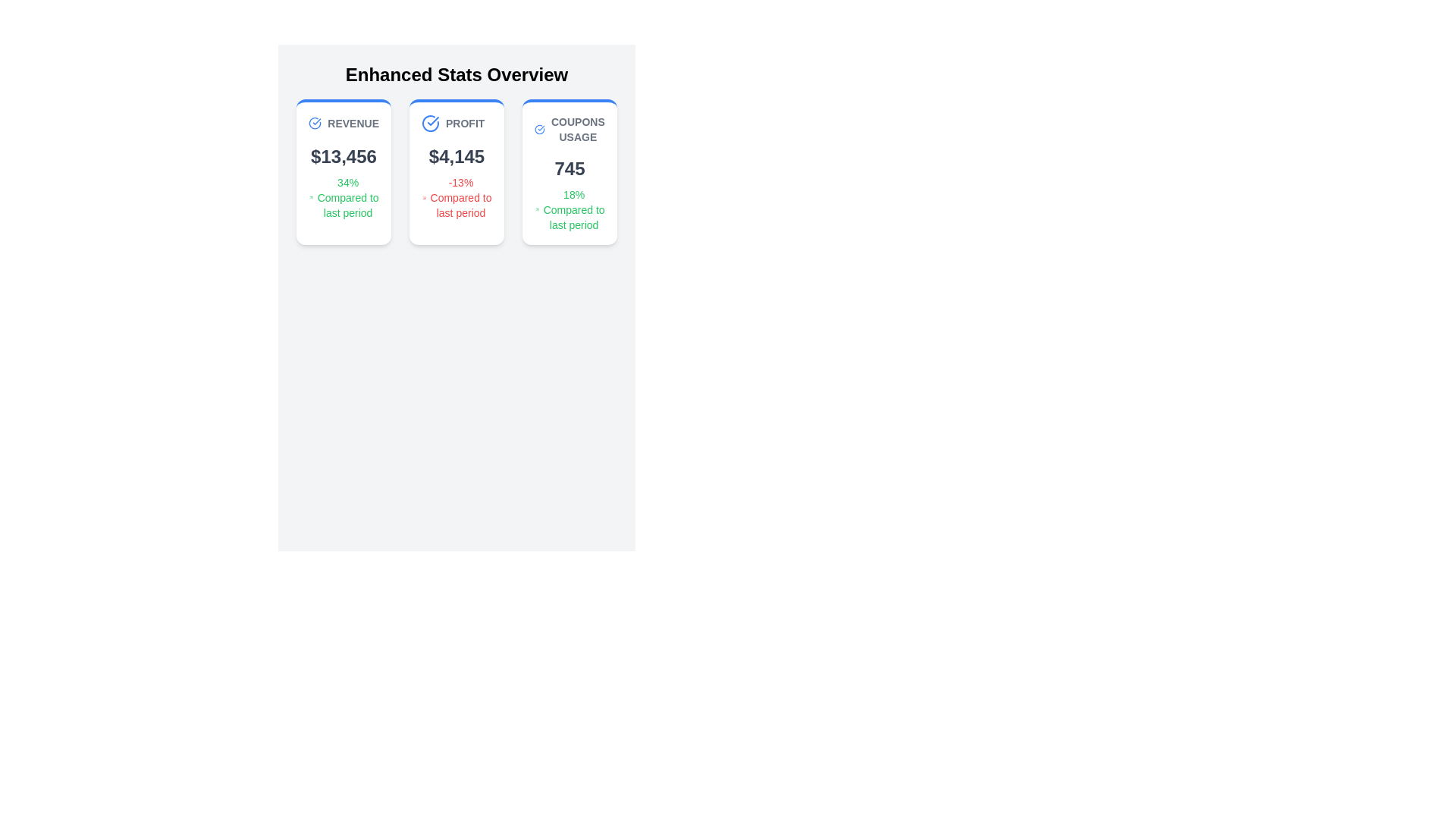  What do you see at coordinates (343, 157) in the screenshot?
I see `displayed text '$13,456' from the Text Display element styled with 'text-gray-700 text-2xl font-bold', located below the heading 'REVENUE'` at bounding box center [343, 157].